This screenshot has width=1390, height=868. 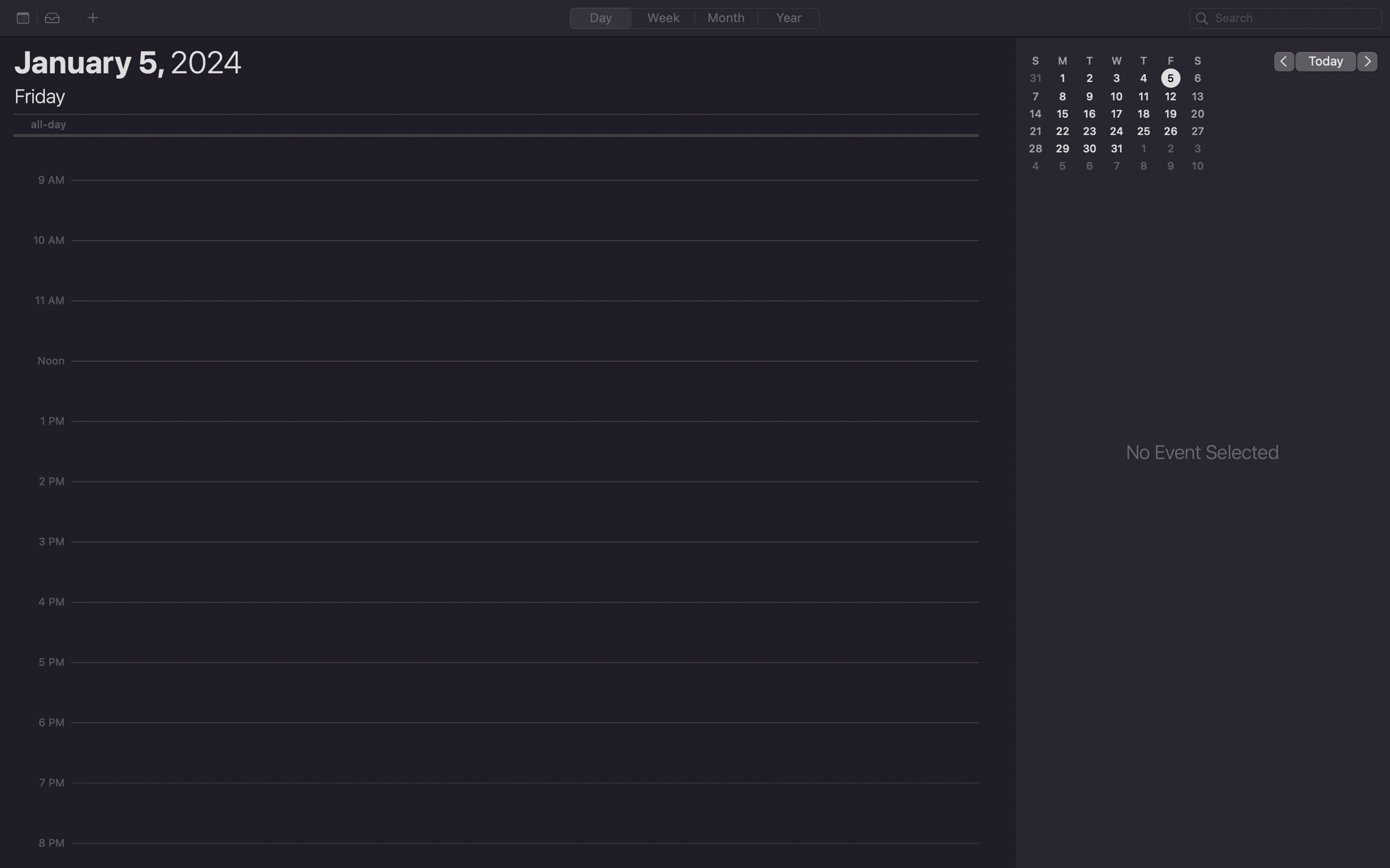 What do you see at coordinates (1090, 77) in the screenshot?
I see `the digit 2 and click on it` at bounding box center [1090, 77].